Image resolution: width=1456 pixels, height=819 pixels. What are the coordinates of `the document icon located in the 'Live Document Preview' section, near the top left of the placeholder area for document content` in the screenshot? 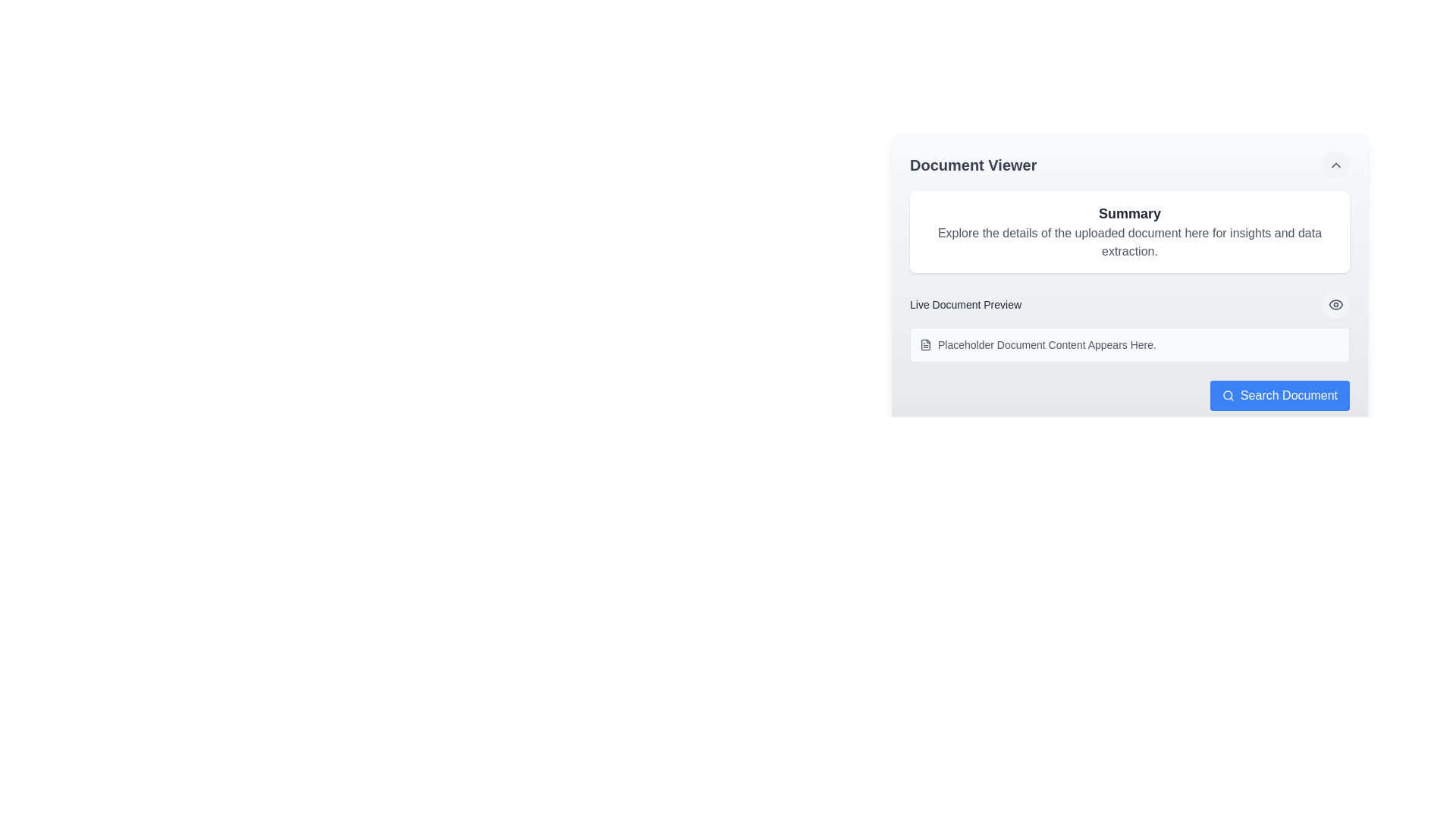 It's located at (924, 345).